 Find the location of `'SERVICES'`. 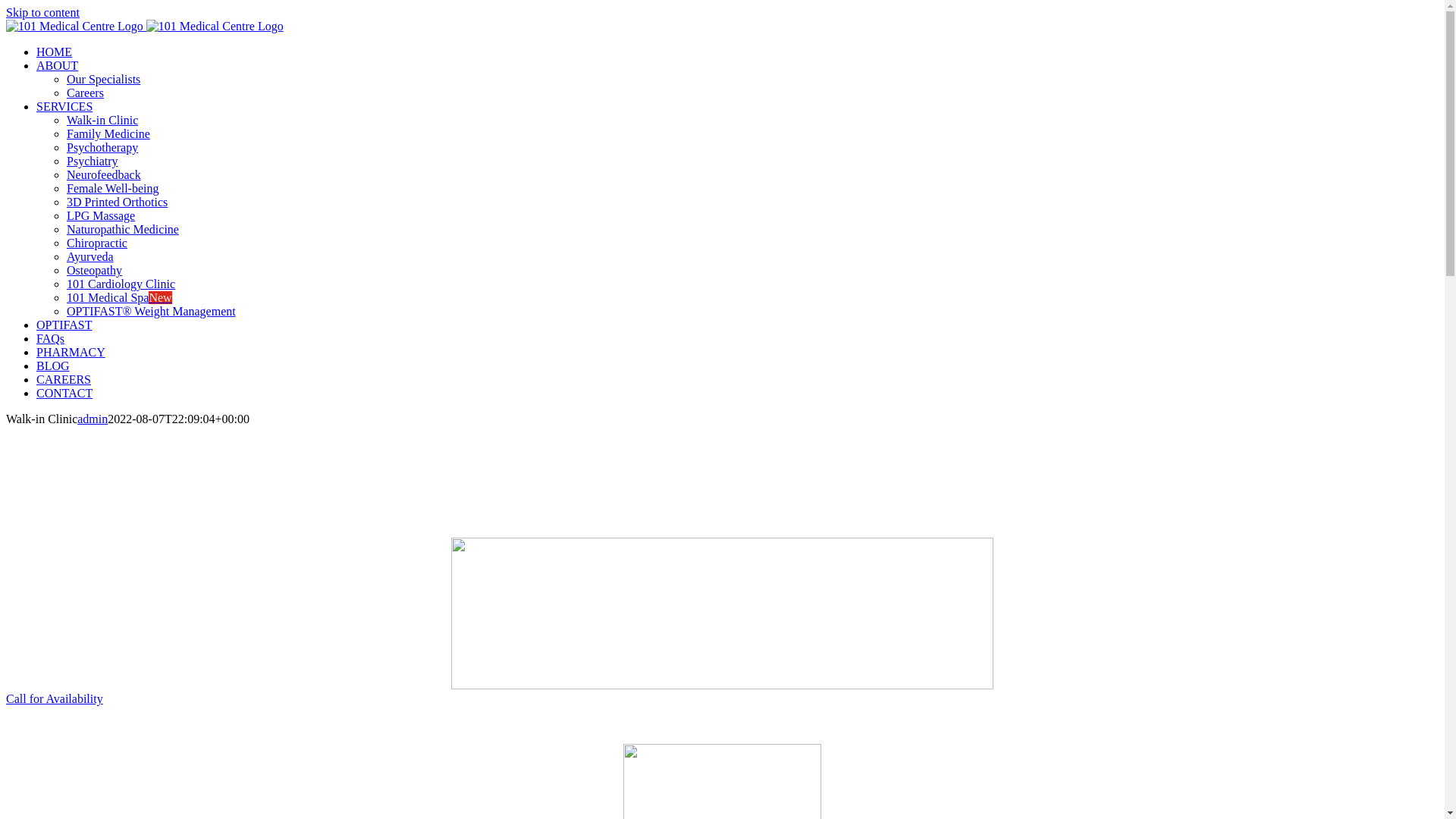

'SERVICES' is located at coordinates (64, 105).